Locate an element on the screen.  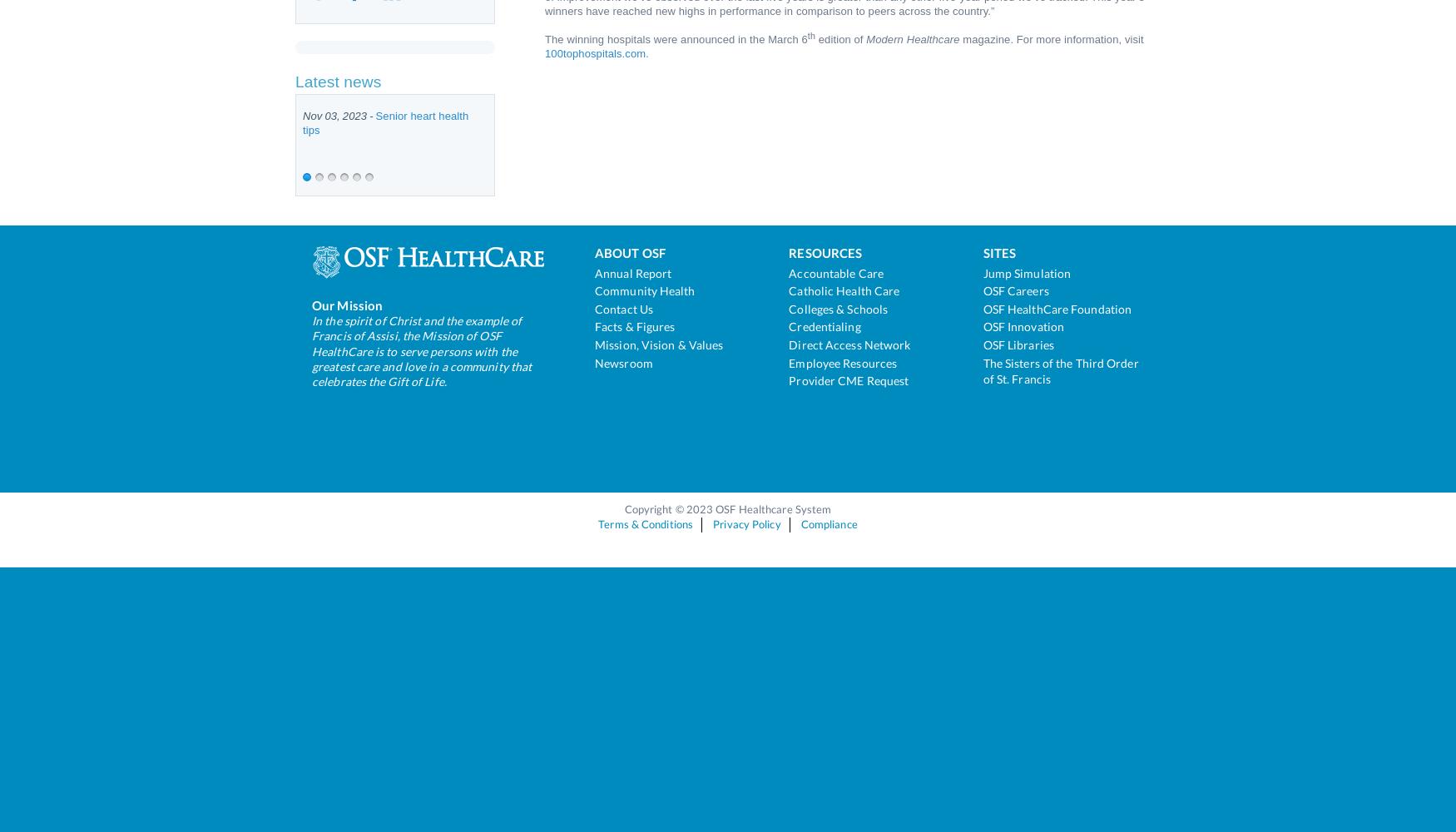
'Resources' is located at coordinates (788, 253).